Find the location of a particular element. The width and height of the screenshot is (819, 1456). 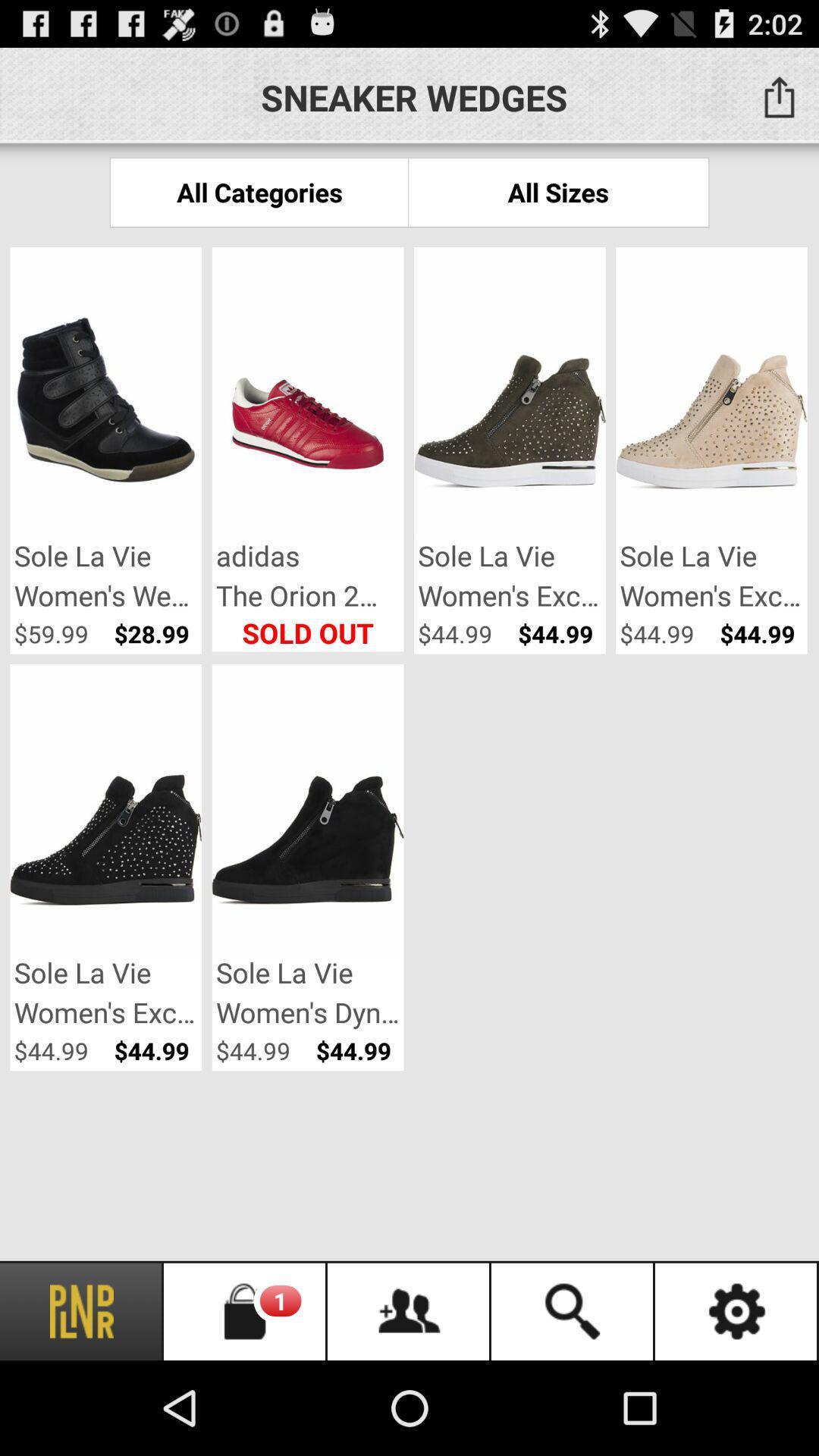

app next to the all categories item is located at coordinates (558, 191).